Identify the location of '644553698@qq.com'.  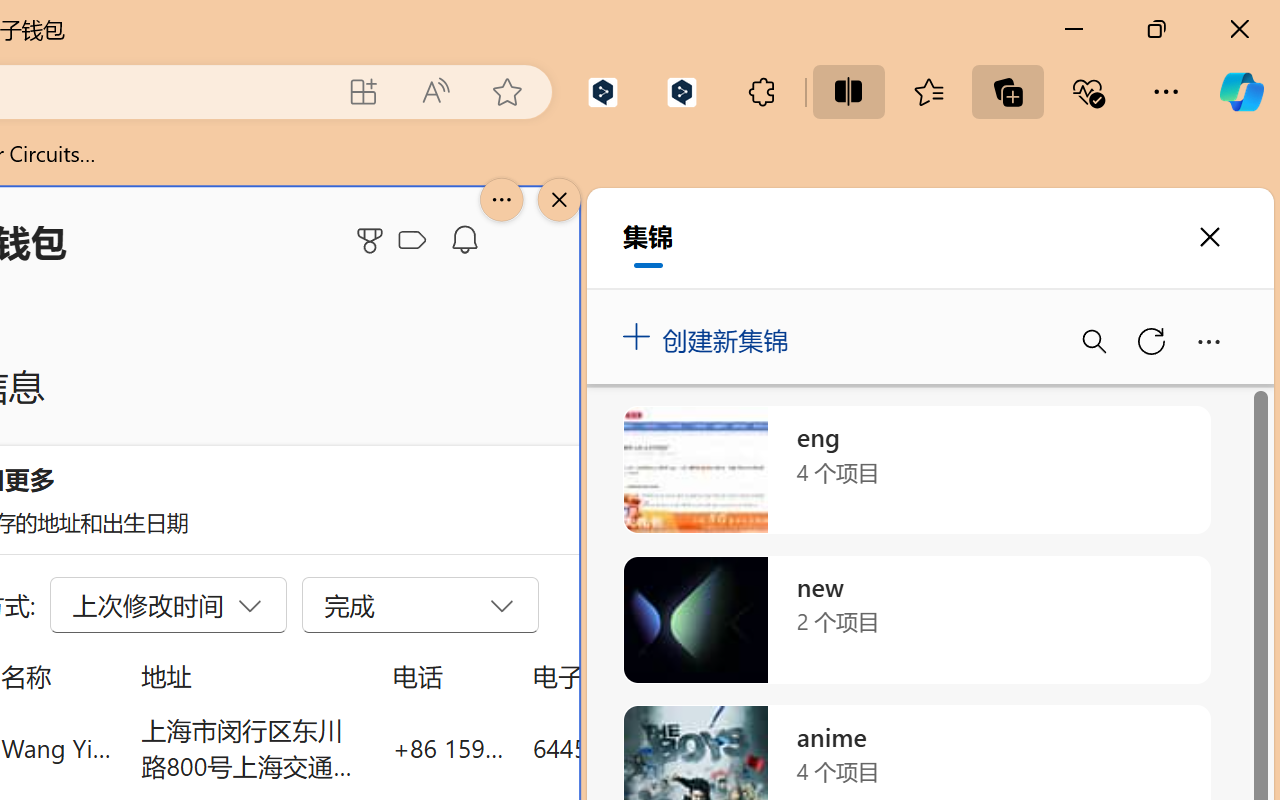
(644, 747).